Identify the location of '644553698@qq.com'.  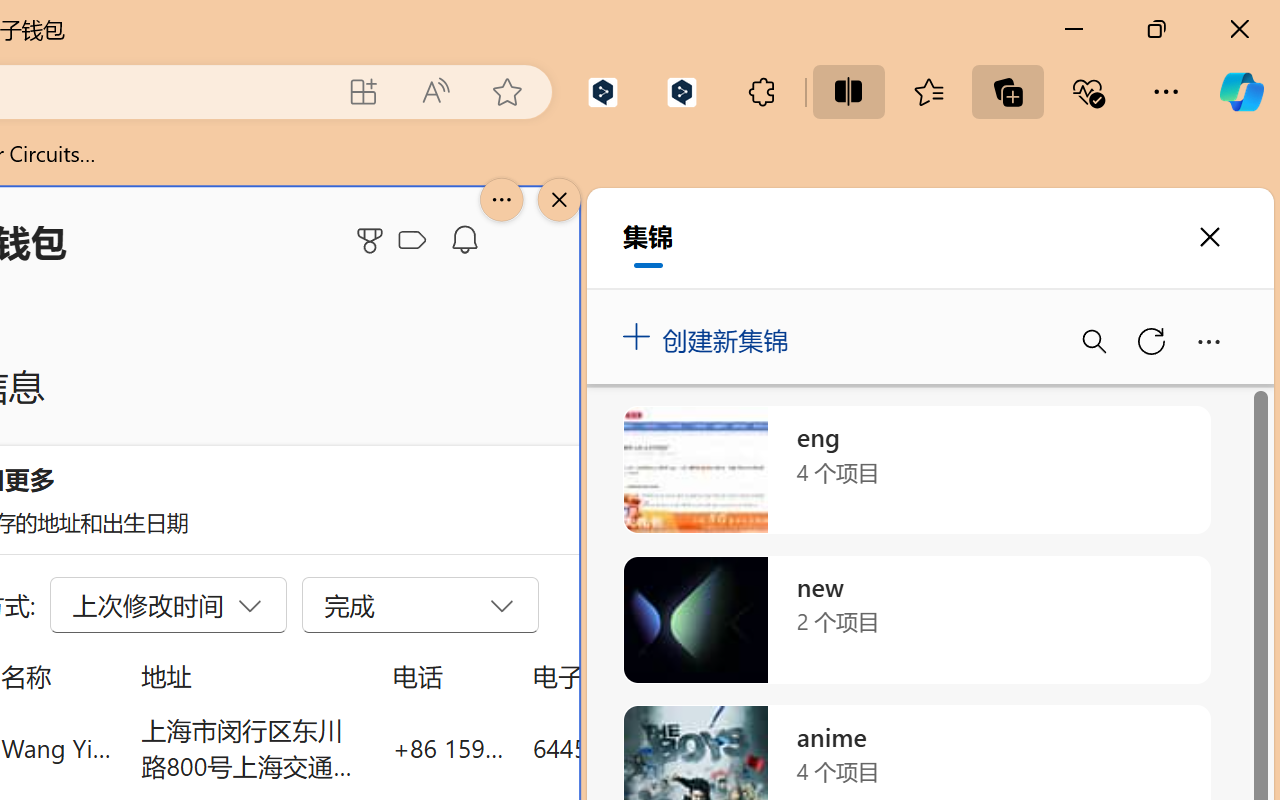
(644, 747).